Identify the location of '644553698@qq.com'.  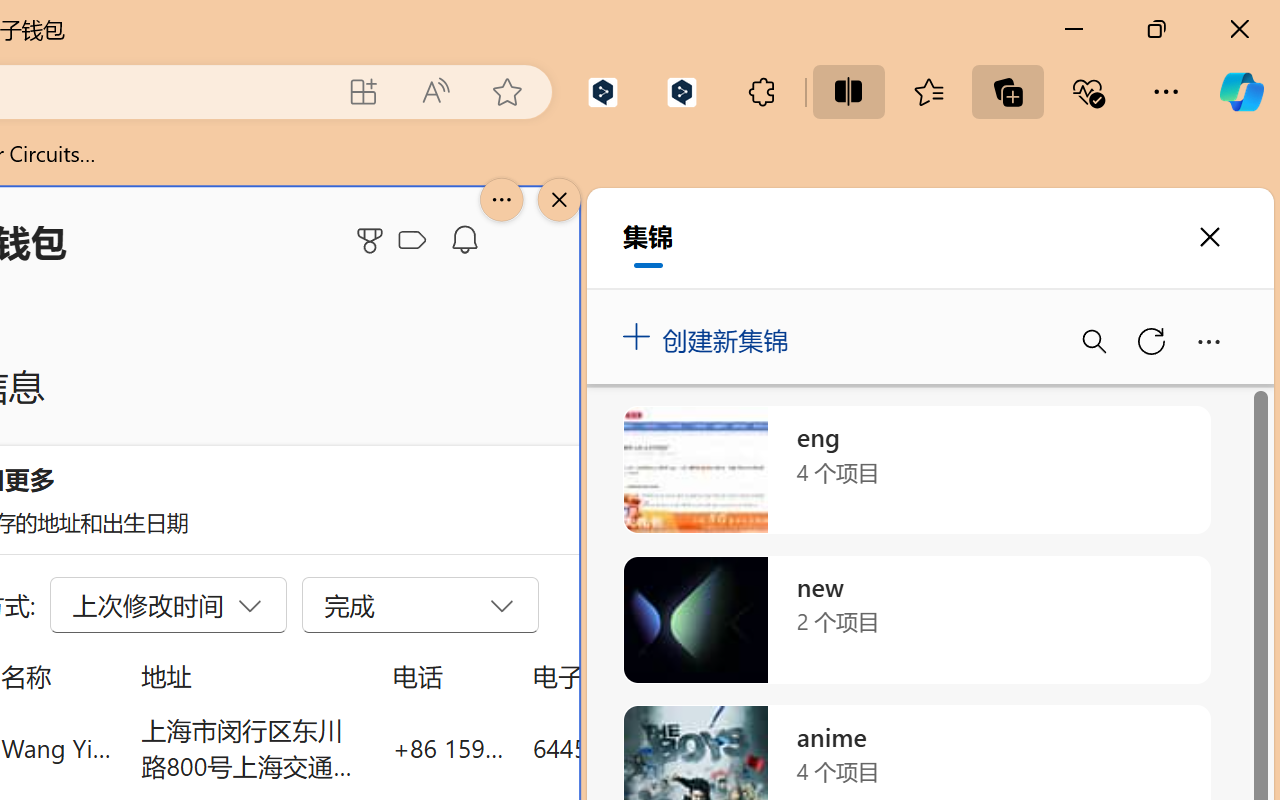
(644, 747).